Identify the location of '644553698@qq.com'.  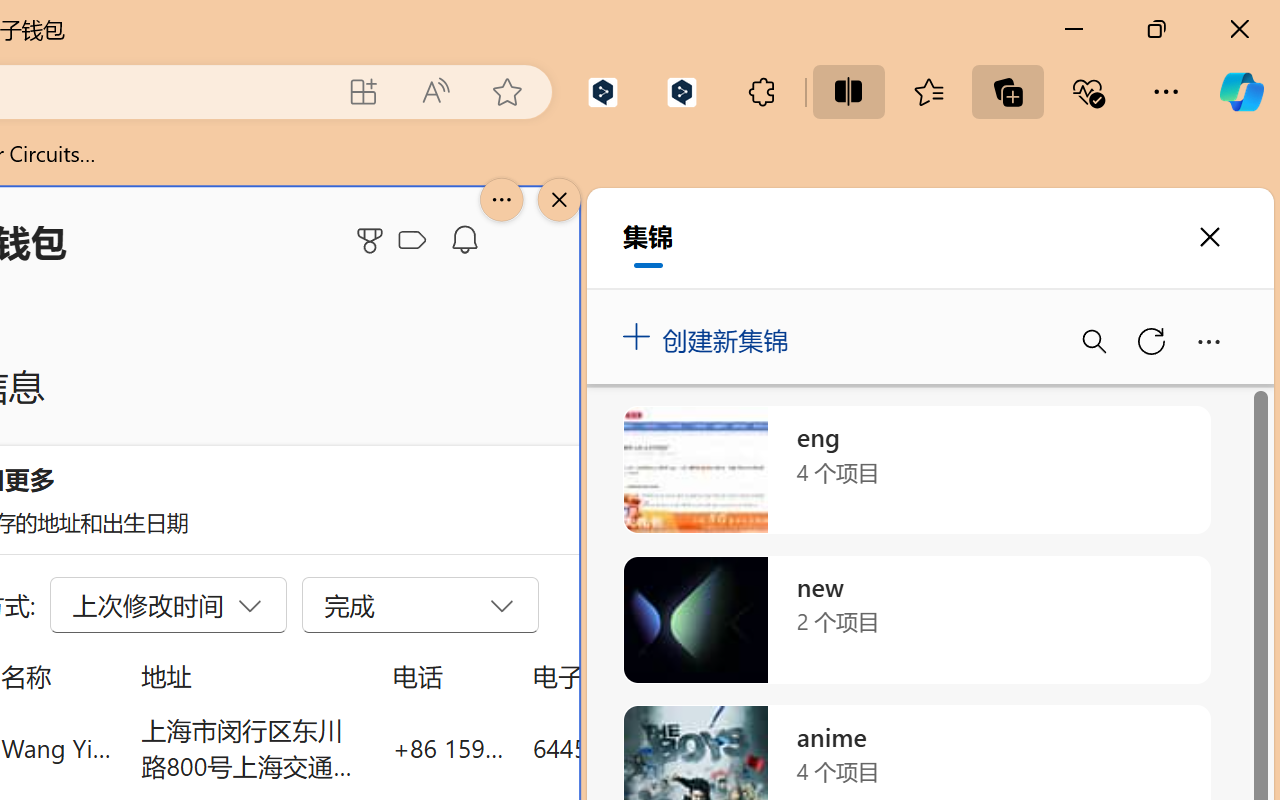
(644, 747).